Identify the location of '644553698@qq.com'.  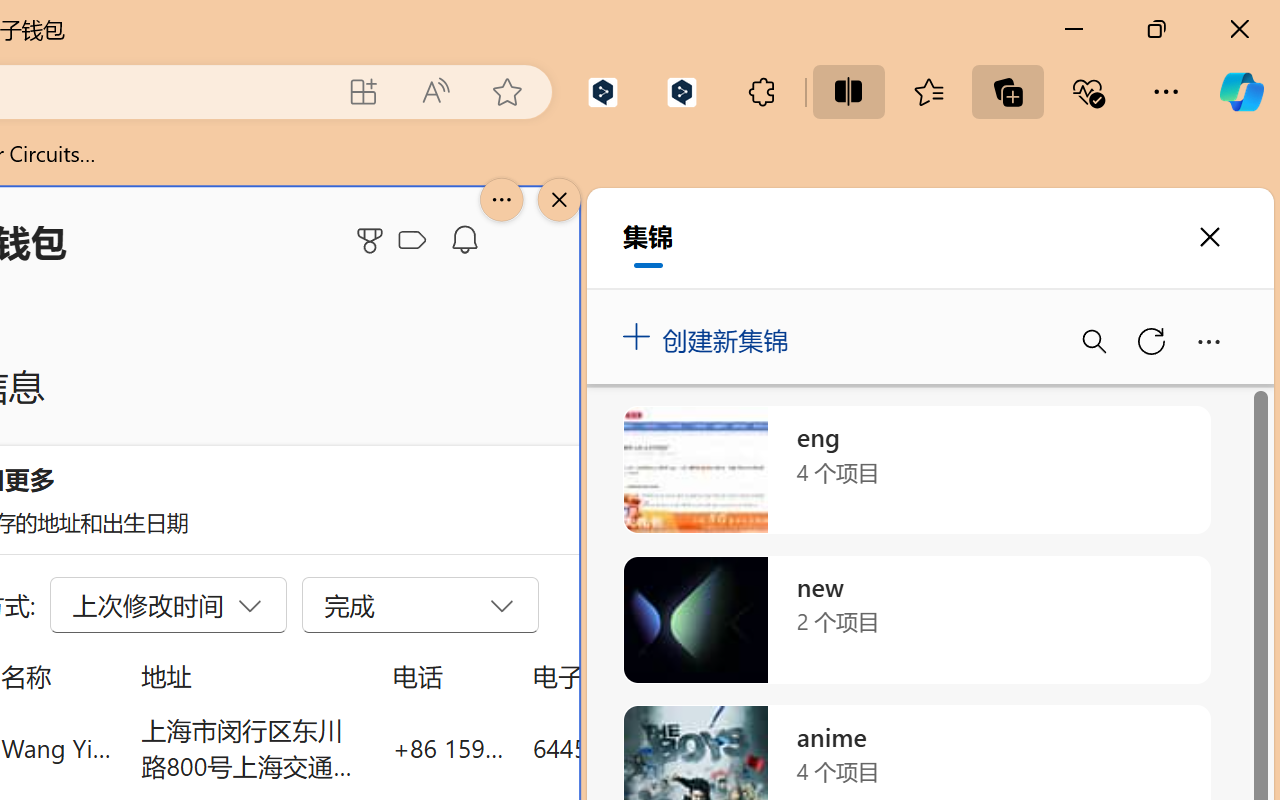
(644, 747).